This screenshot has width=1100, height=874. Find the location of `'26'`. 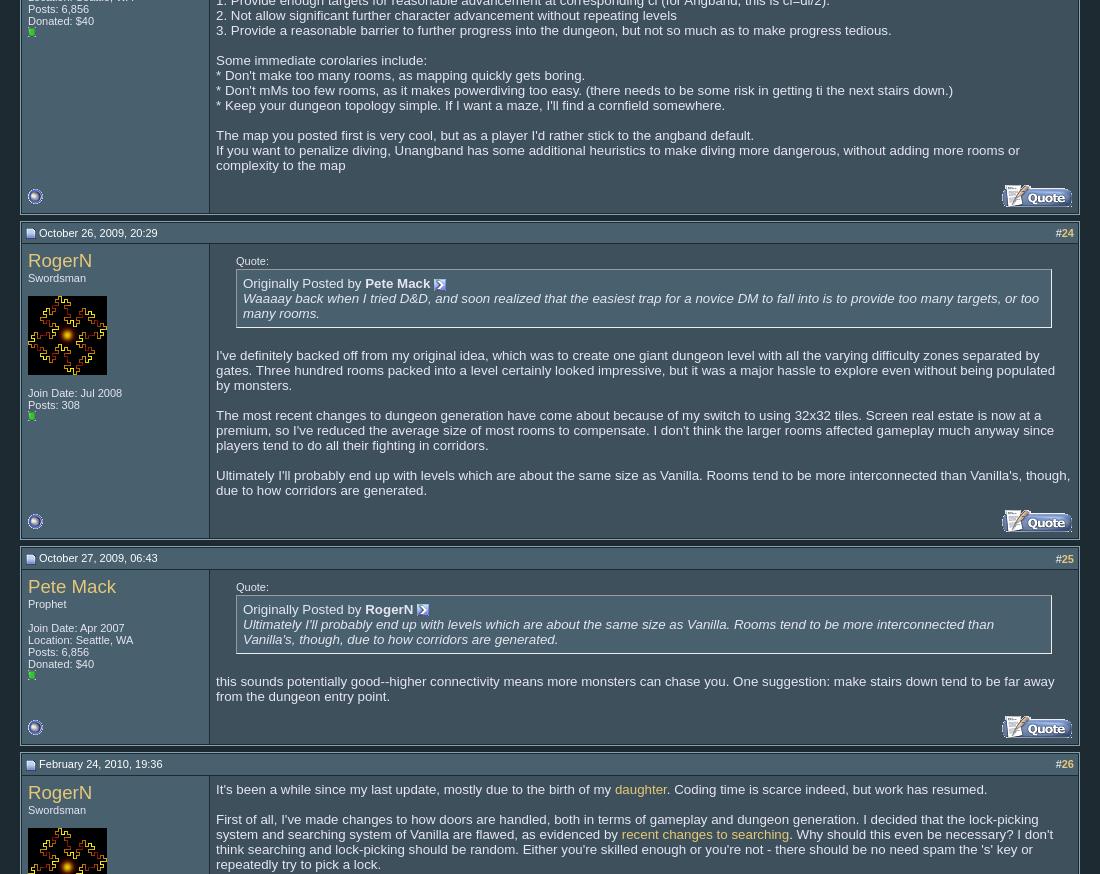

'26' is located at coordinates (1067, 762).